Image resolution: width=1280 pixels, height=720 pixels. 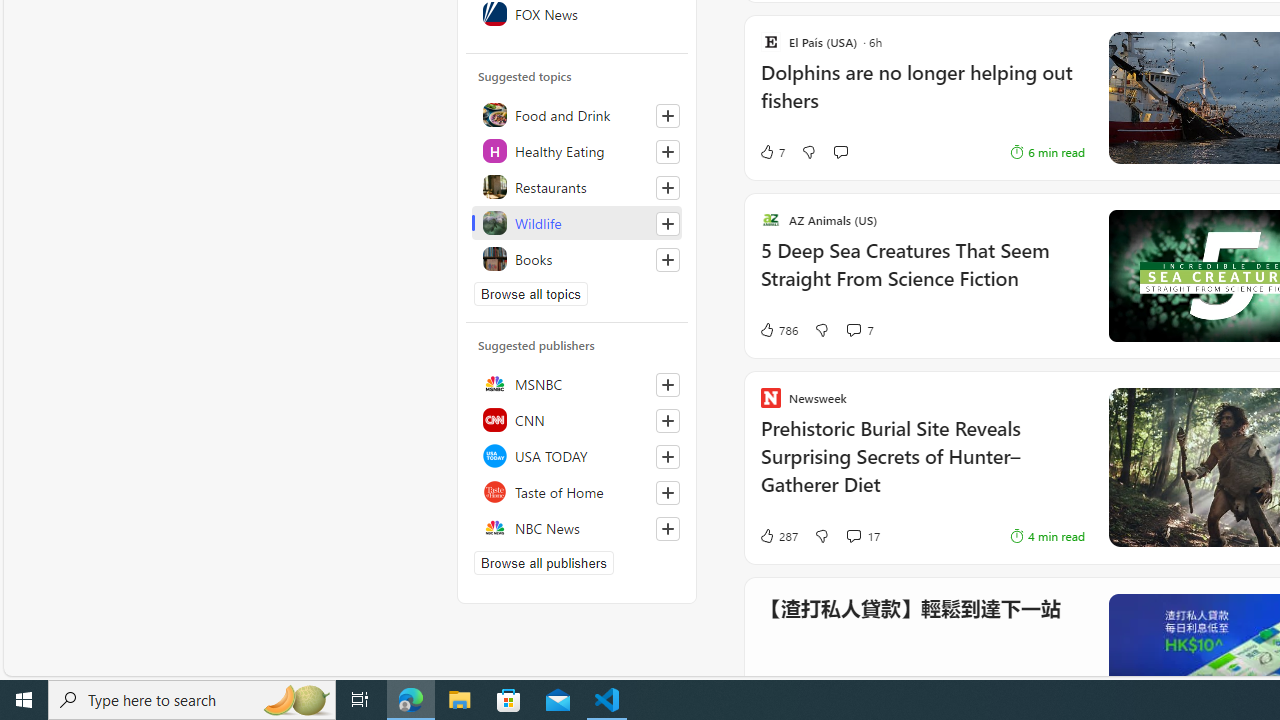 I want to click on 'Dolphins are no longer helping out fishers', so click(x=921, y=97).